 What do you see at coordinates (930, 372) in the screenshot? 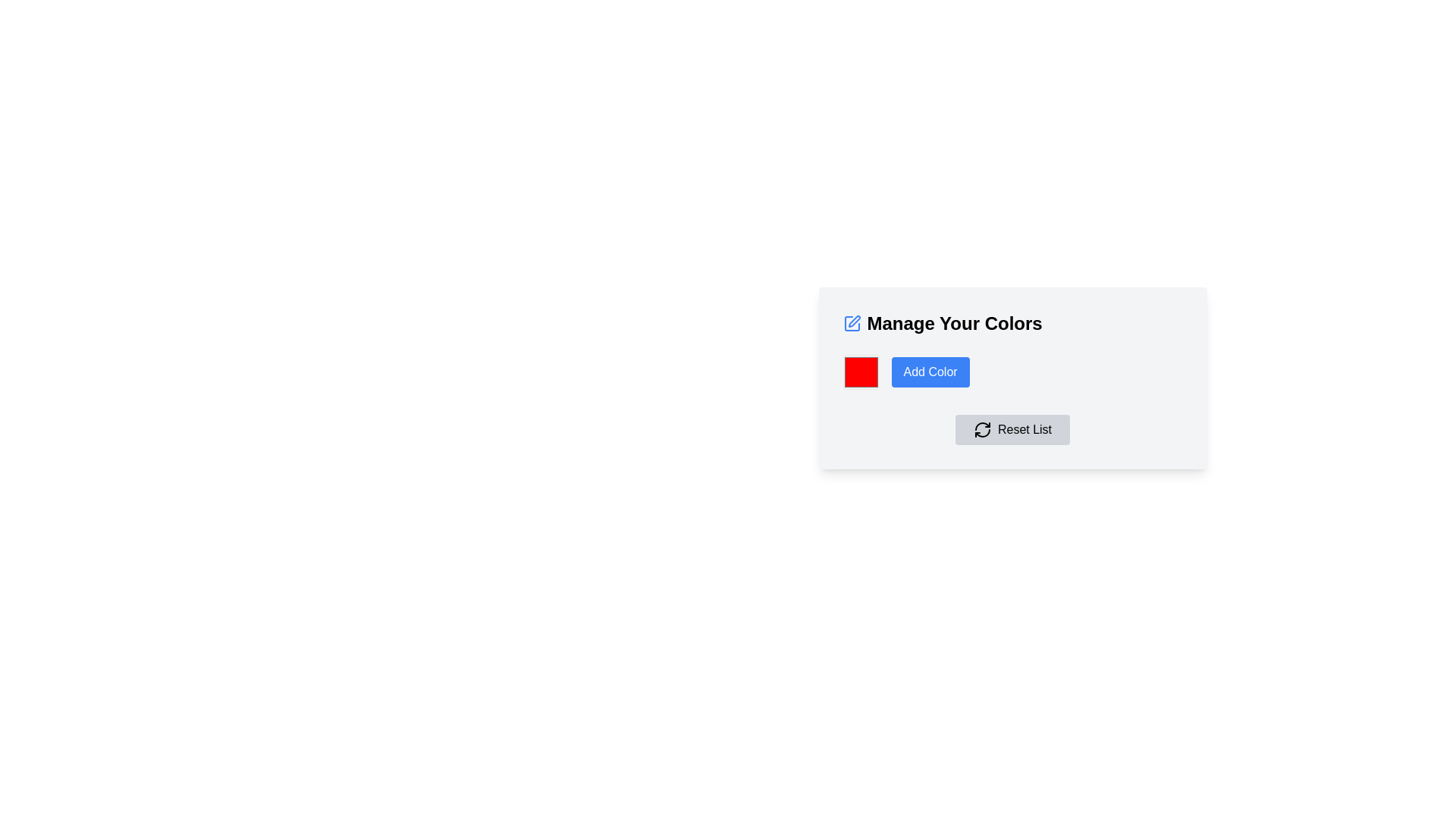
I see `the 'Add Color' button located to the right of the red-colored square box in the 'Manage Your Colors' section` at bounding box center [930, 372].